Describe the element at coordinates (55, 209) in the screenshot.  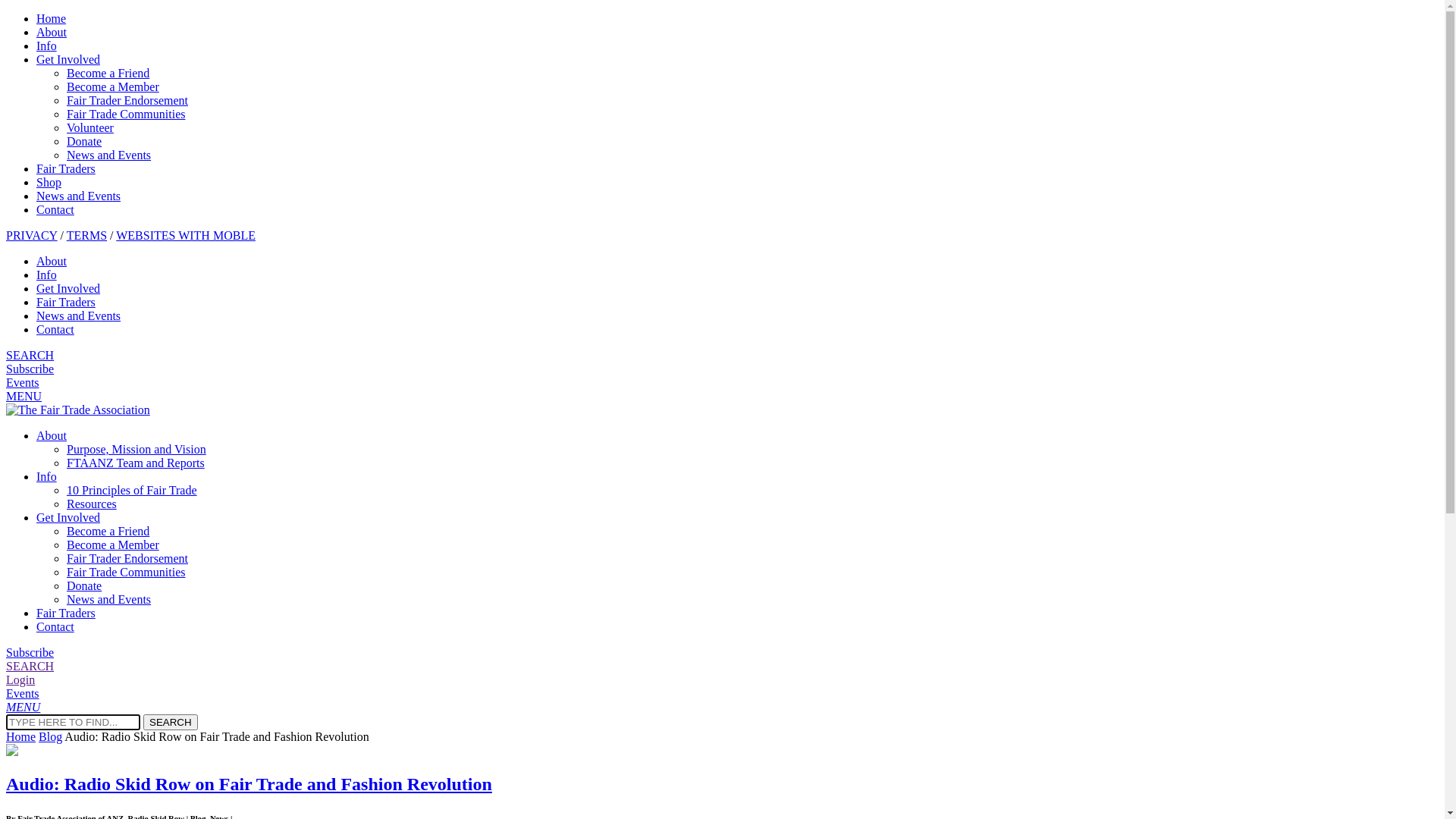
I see `'Contact'` at that location.